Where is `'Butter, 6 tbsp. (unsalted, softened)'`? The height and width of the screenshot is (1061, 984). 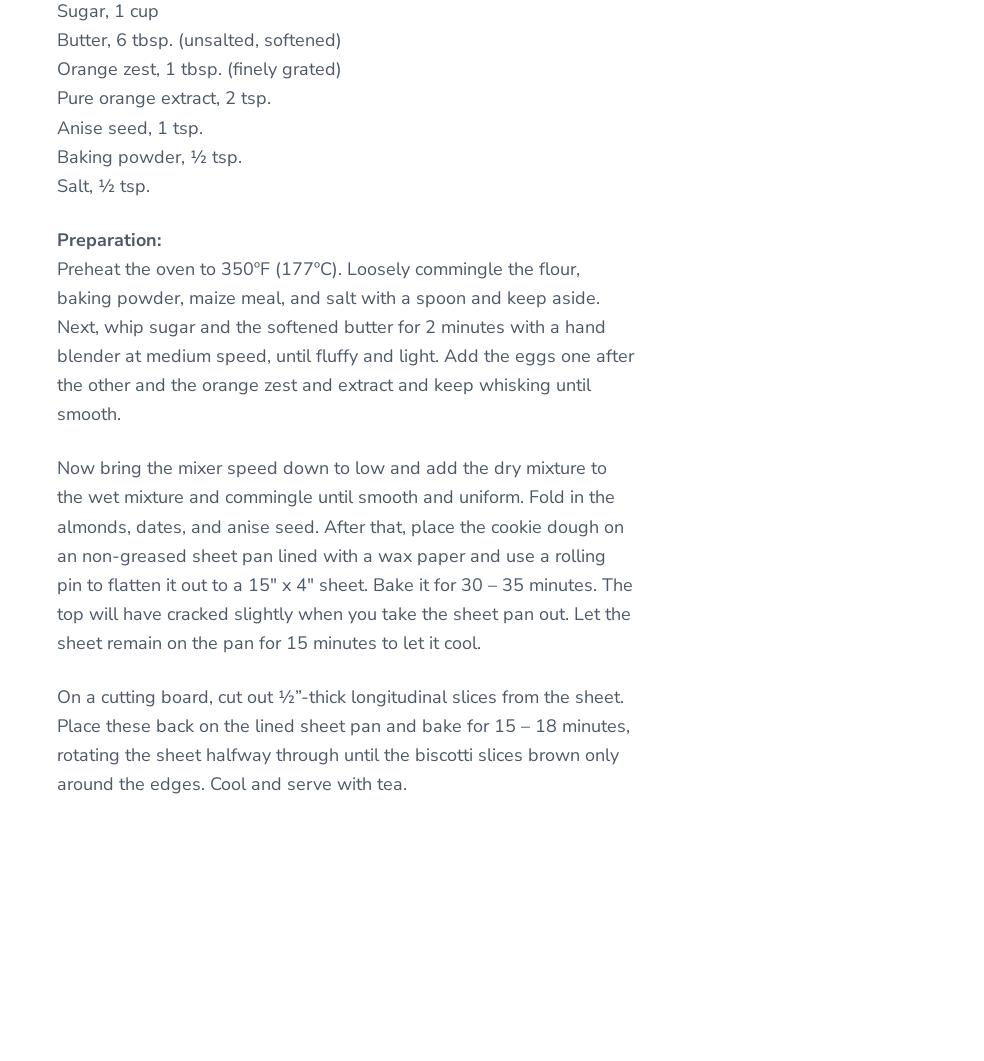
'Butter, 6 tbsp. (unsalted, softened)' is located at coordinates (199, 39).